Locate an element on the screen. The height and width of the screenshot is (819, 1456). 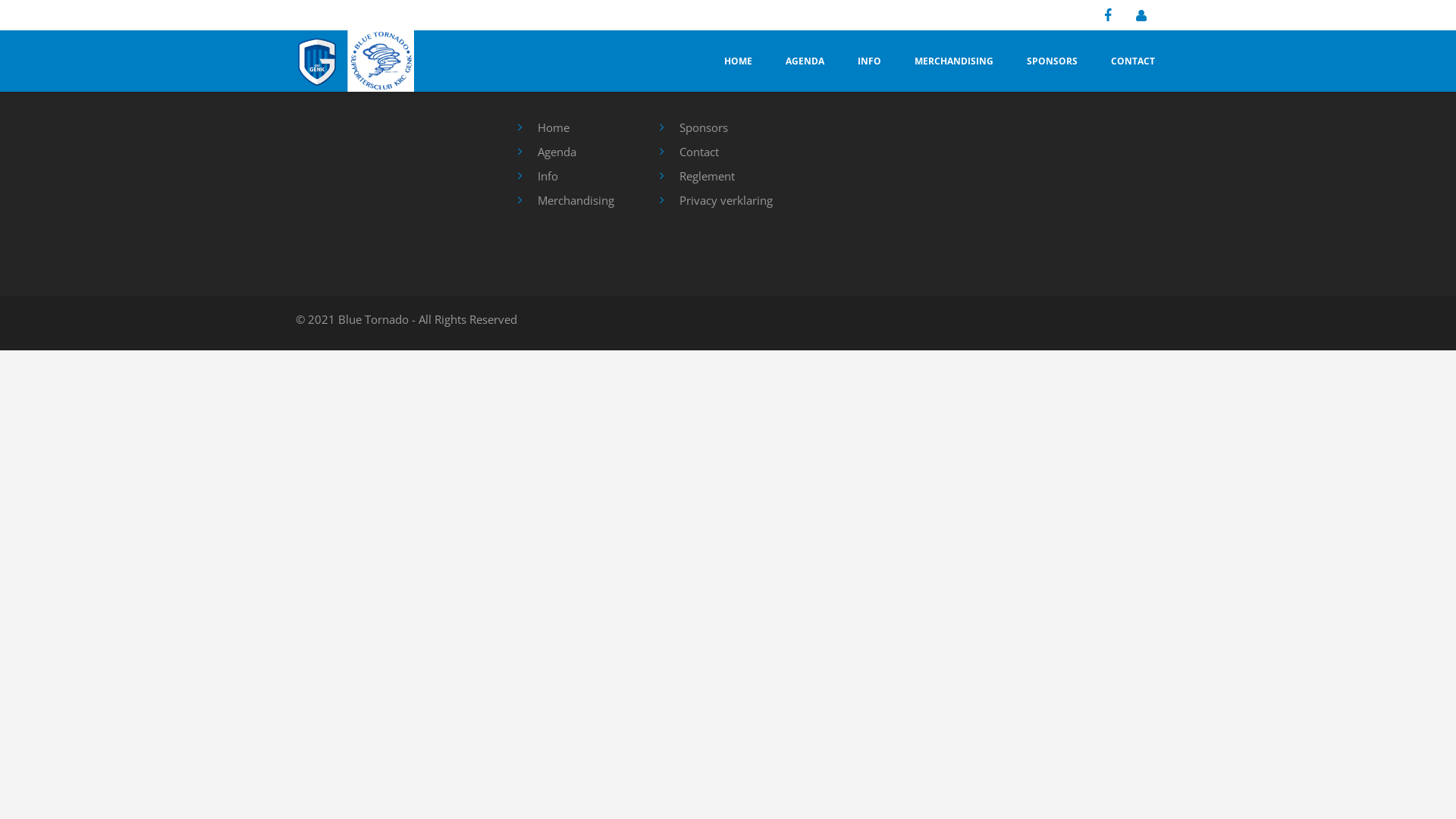
'Reglement' is located at coordinates (706, 174).